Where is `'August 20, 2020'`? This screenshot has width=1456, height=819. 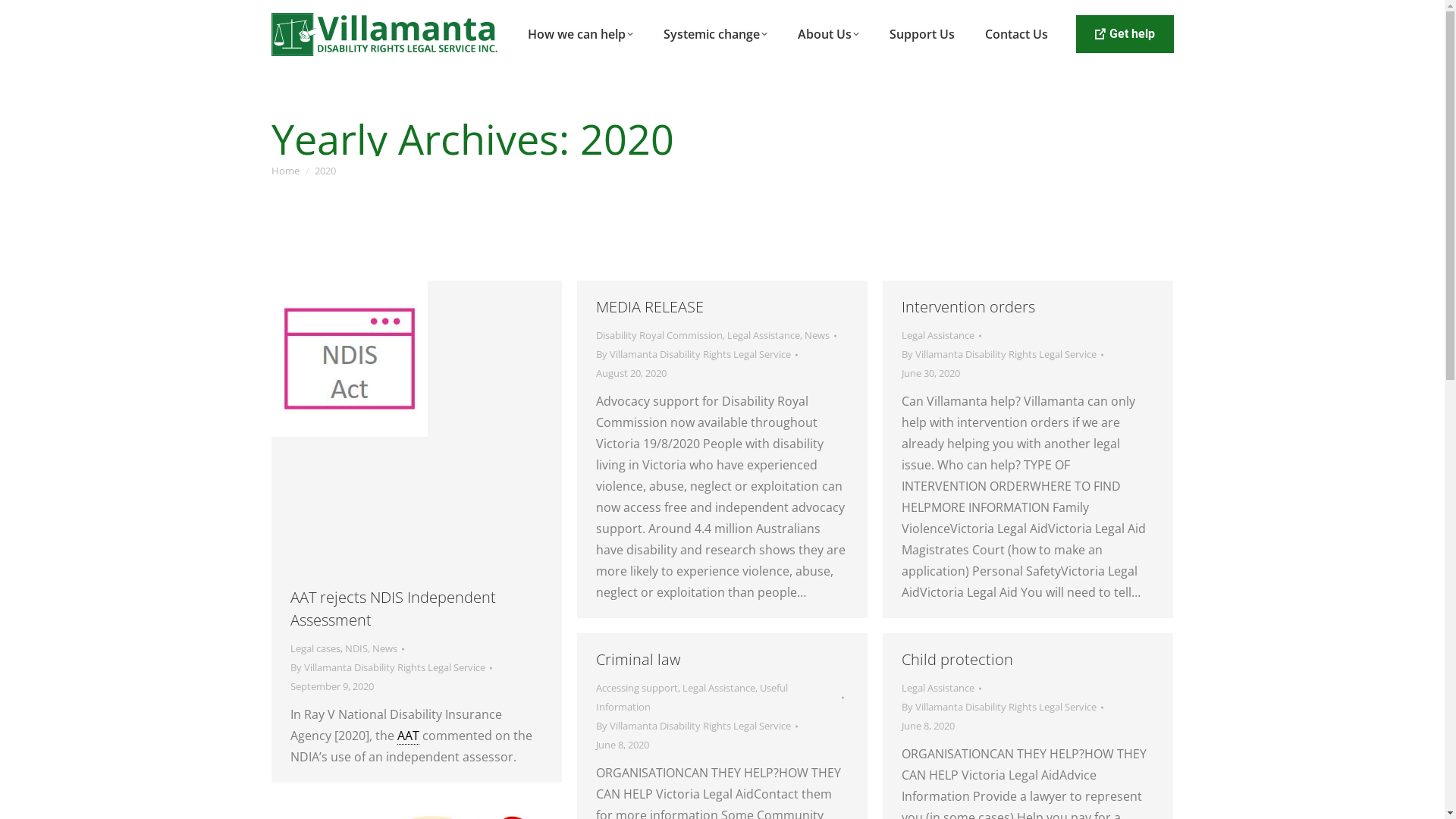
'August 20, 2020' is located at coordinates (631, 373).